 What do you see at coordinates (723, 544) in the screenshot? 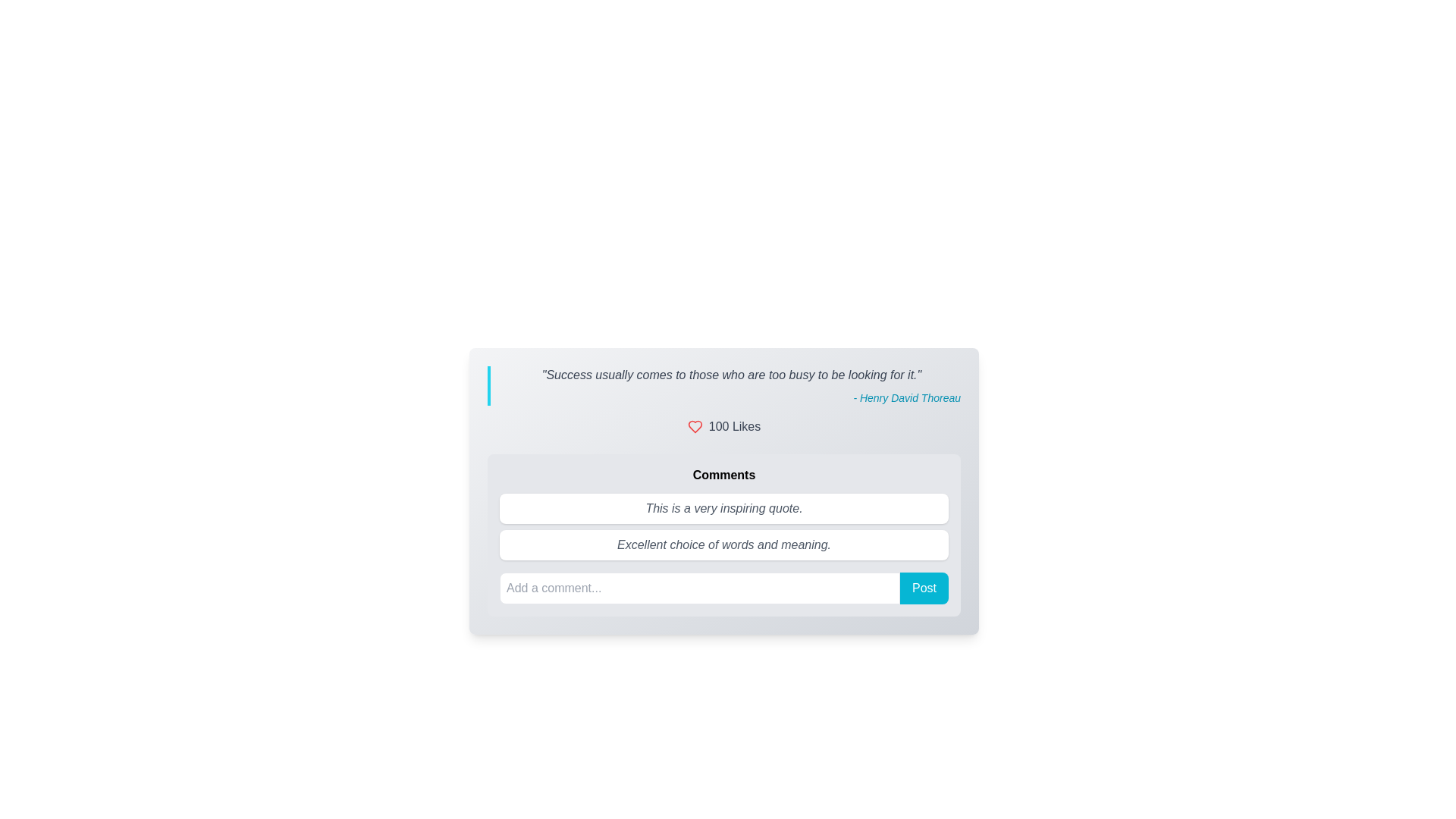
I see `text content of the static text box containing the message 'Excellent choice of words and meaning.' located below the first comment in the comment section` at bounding box center [723, 544].